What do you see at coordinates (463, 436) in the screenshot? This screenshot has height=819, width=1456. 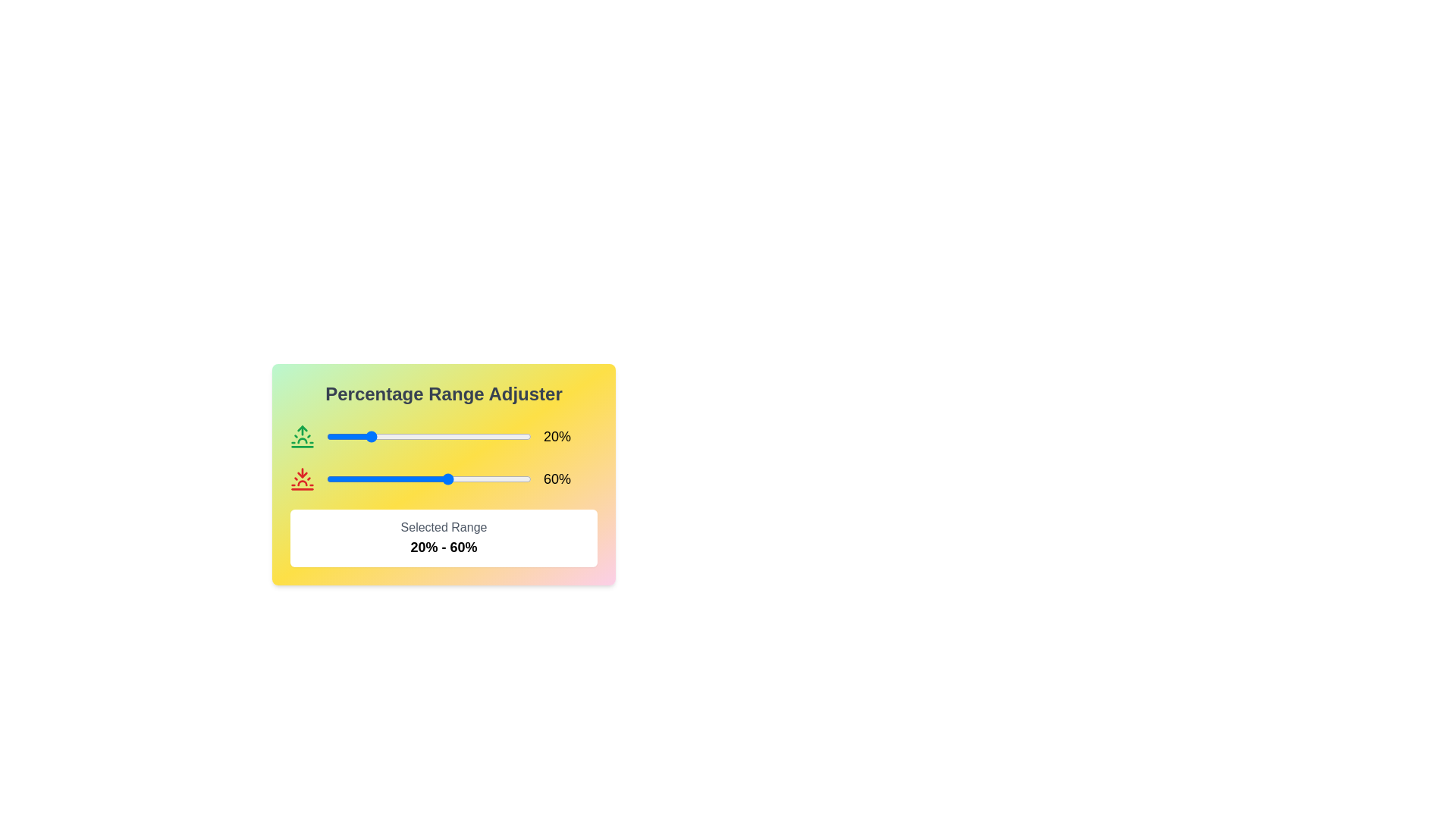 I see `the slider` at bounding box center [463, 436].